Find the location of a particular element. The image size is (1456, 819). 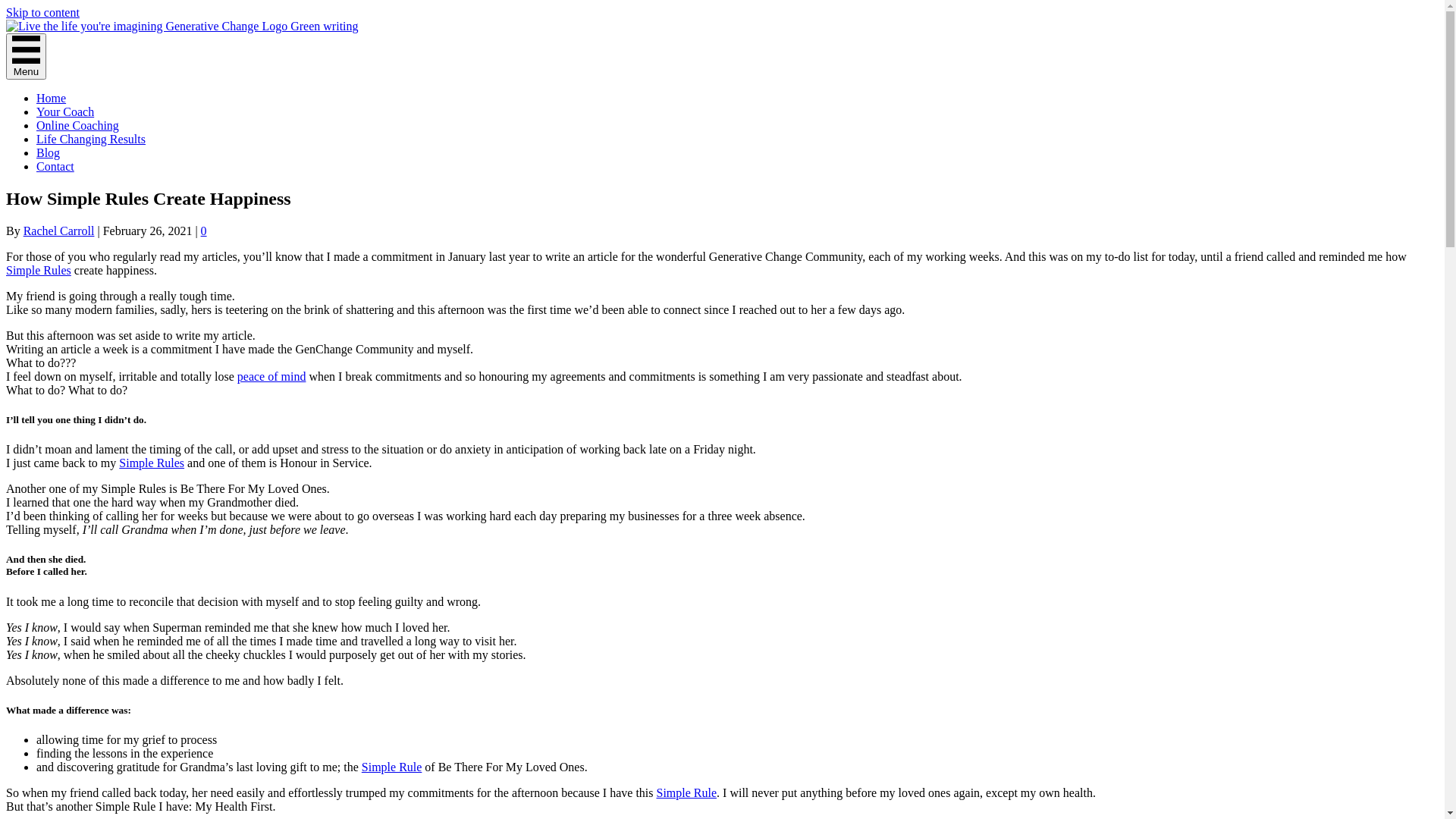

'peace of mind' is located at coordinates (271, 375).